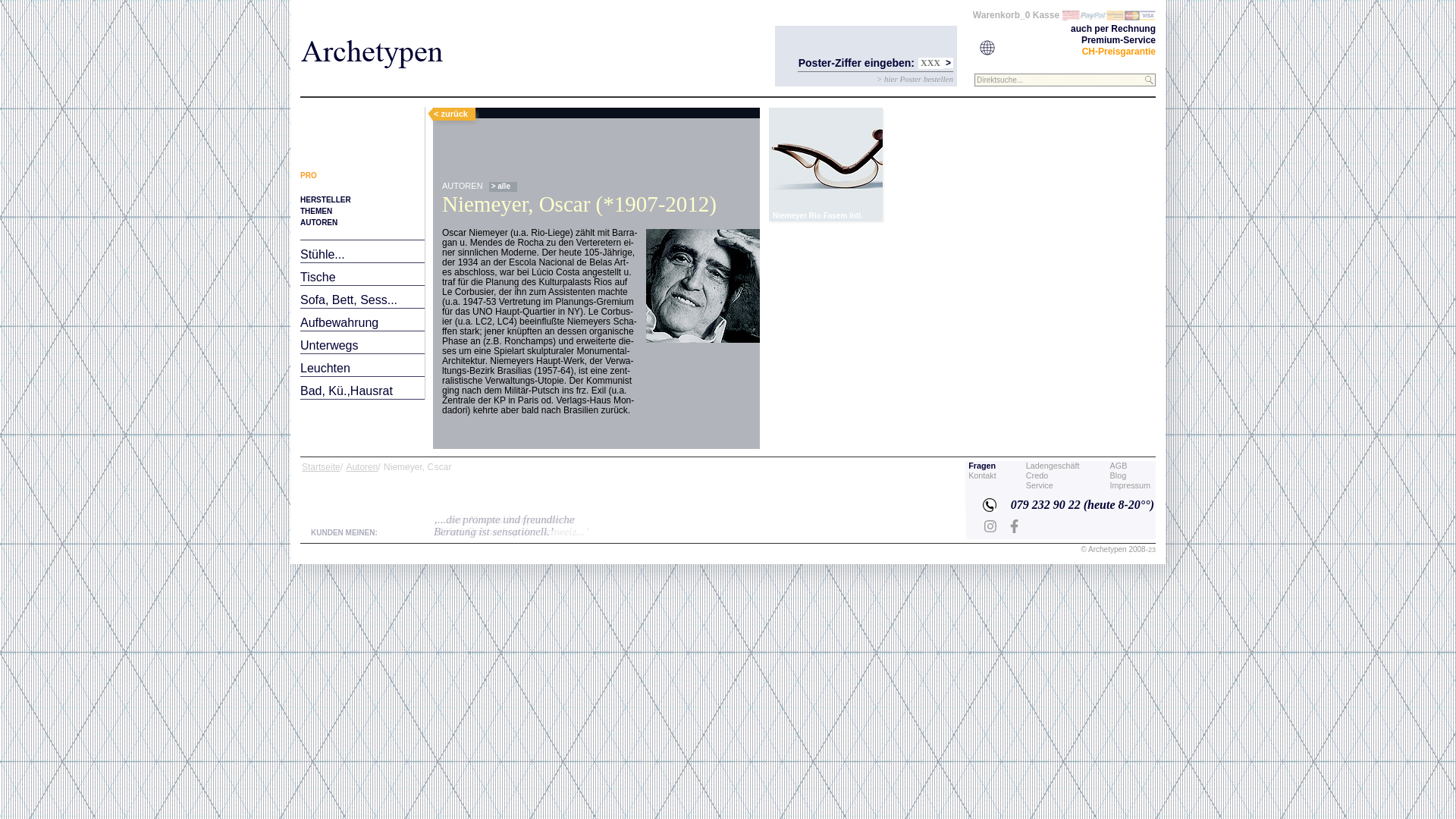  Describe the element at coordinates (877, 79) in the screenshot. I see `'> hier Poster bestellen'` at that location.